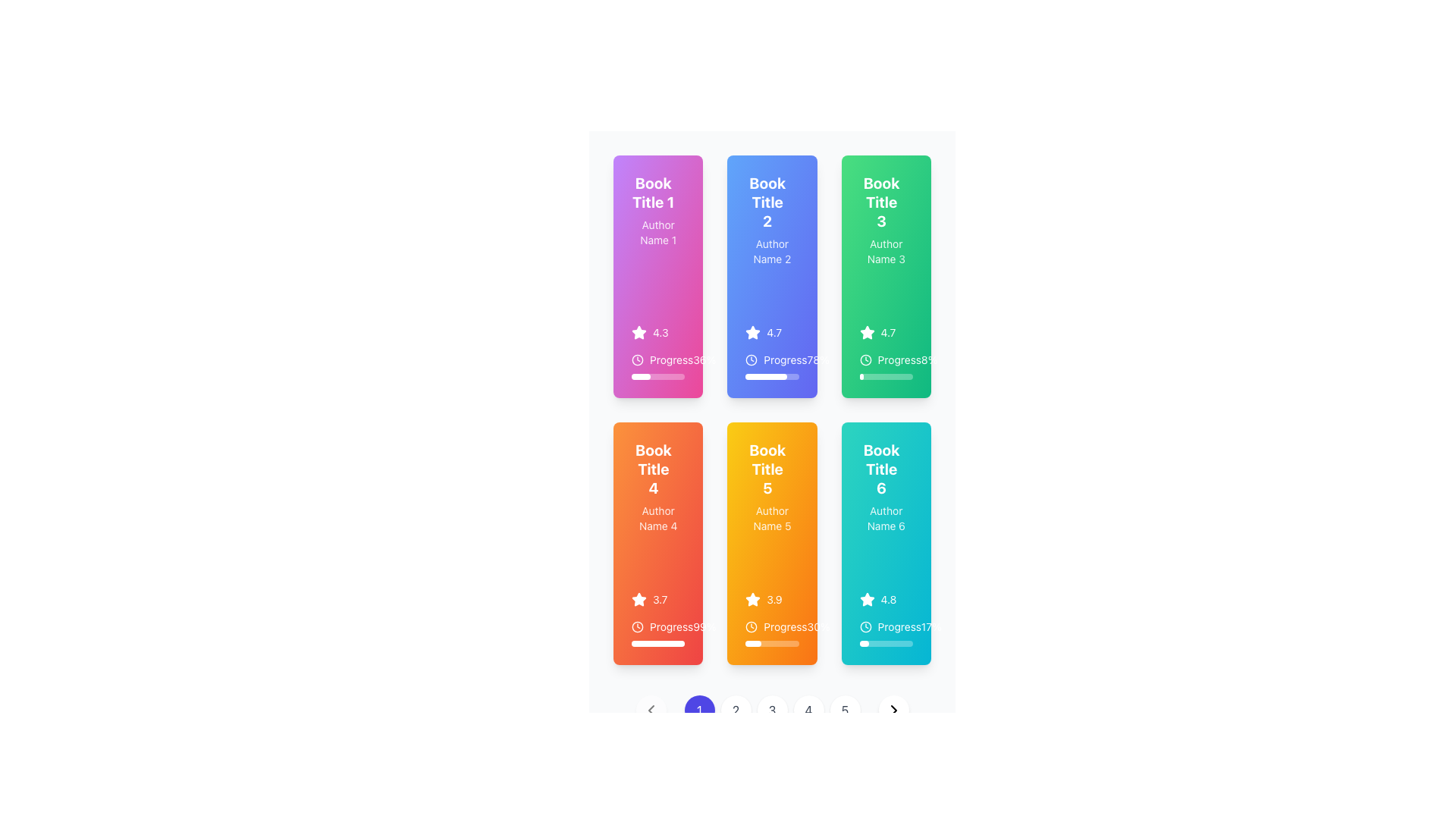 The height and width of the screenshot is (819, 1456). I want to click on the text header displaying 'Book Title 5', which is styled as a prominent title within its card layout, so click(772, 471).